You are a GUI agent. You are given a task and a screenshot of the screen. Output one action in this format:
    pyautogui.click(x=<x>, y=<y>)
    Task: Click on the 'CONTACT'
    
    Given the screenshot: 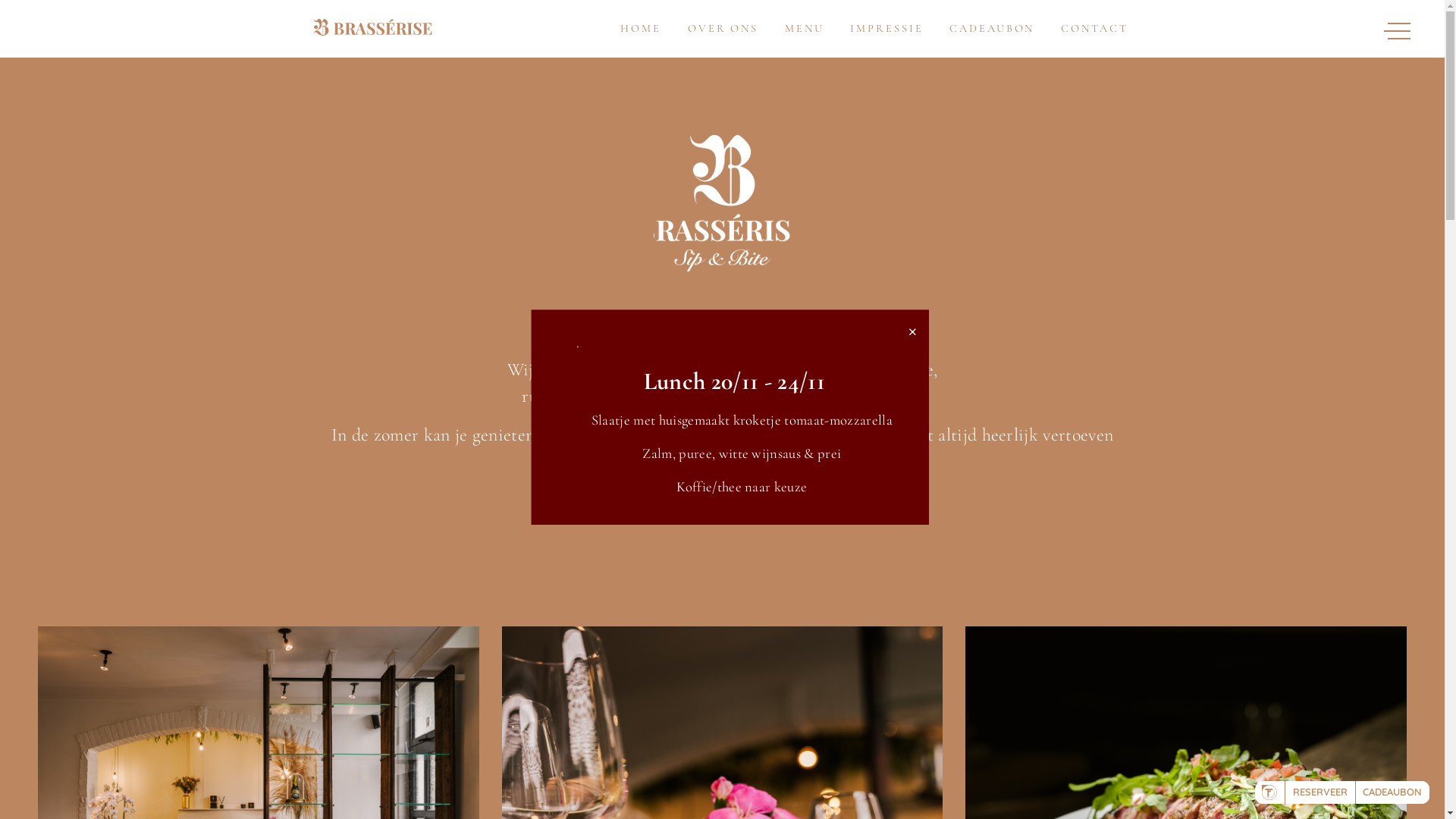 What is the action you would take?
    pyautogui.click(x=1094, y=29)
    